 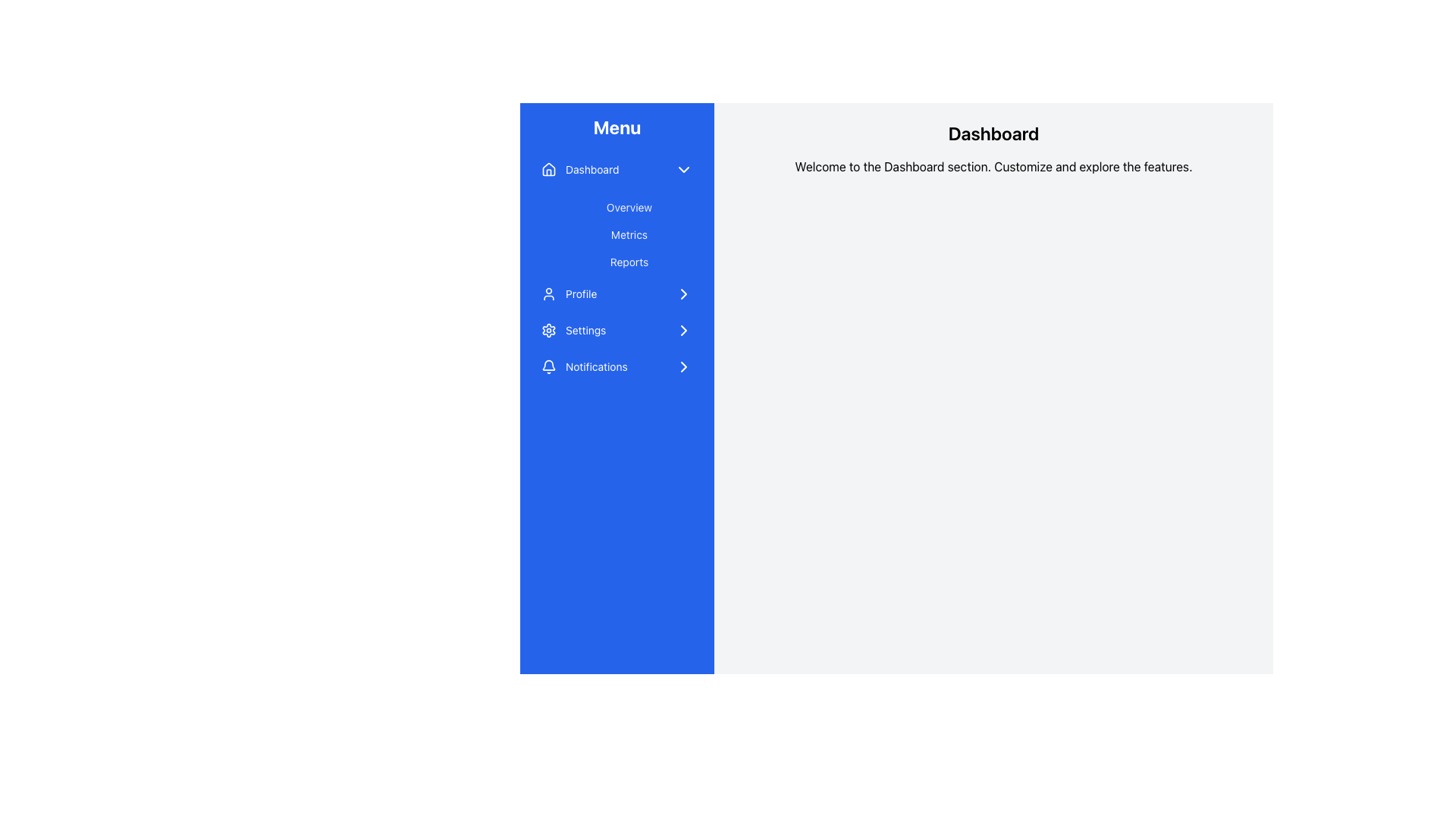 I want to click on the 'Reports' submenu item in the sidebar menu for keyboard navigation, so click(x=617, y=268).